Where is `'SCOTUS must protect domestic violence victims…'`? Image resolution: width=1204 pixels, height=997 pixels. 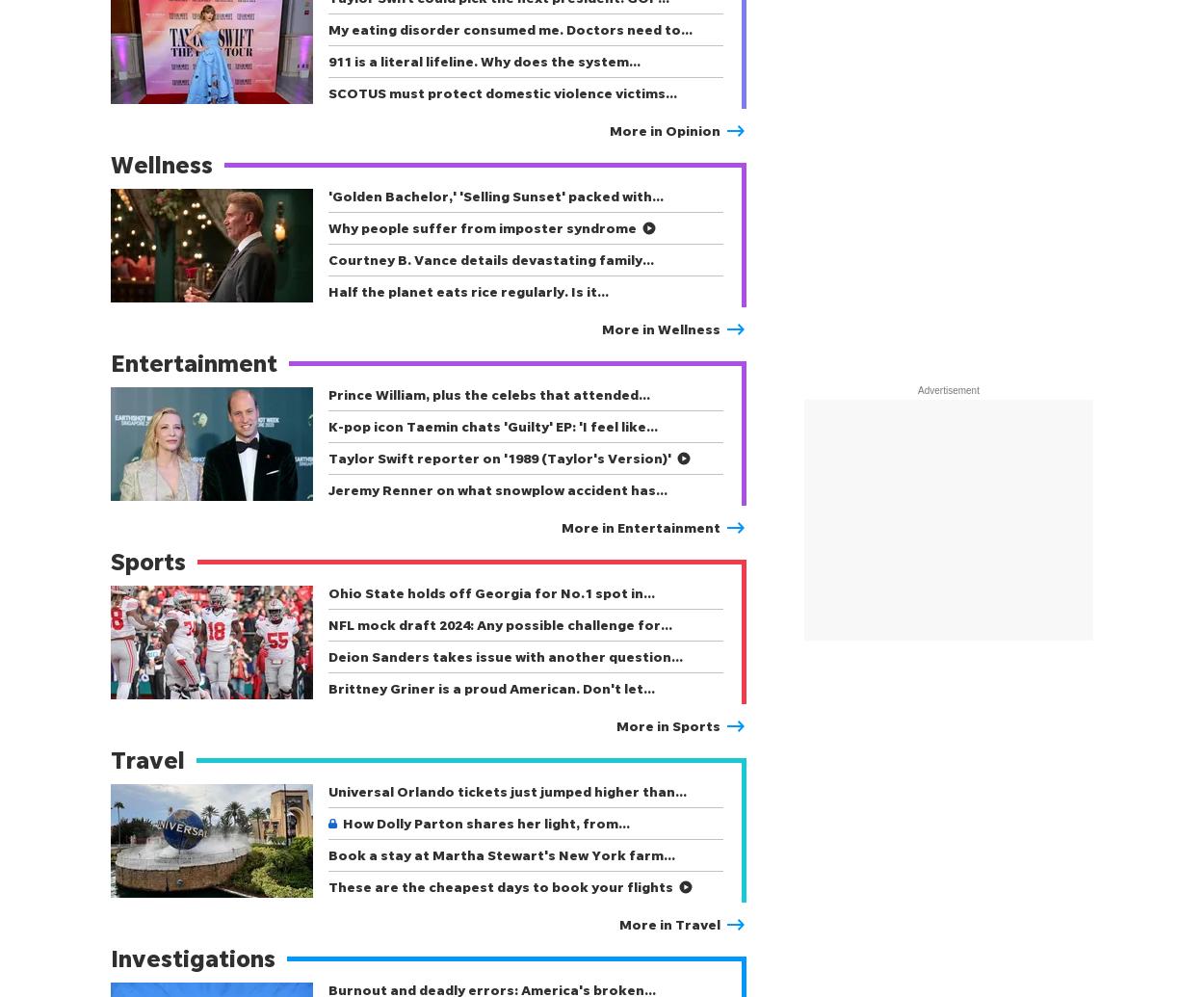 'SCOTUS must protect domestic violence victims…' is located at coordinates (503, 92).